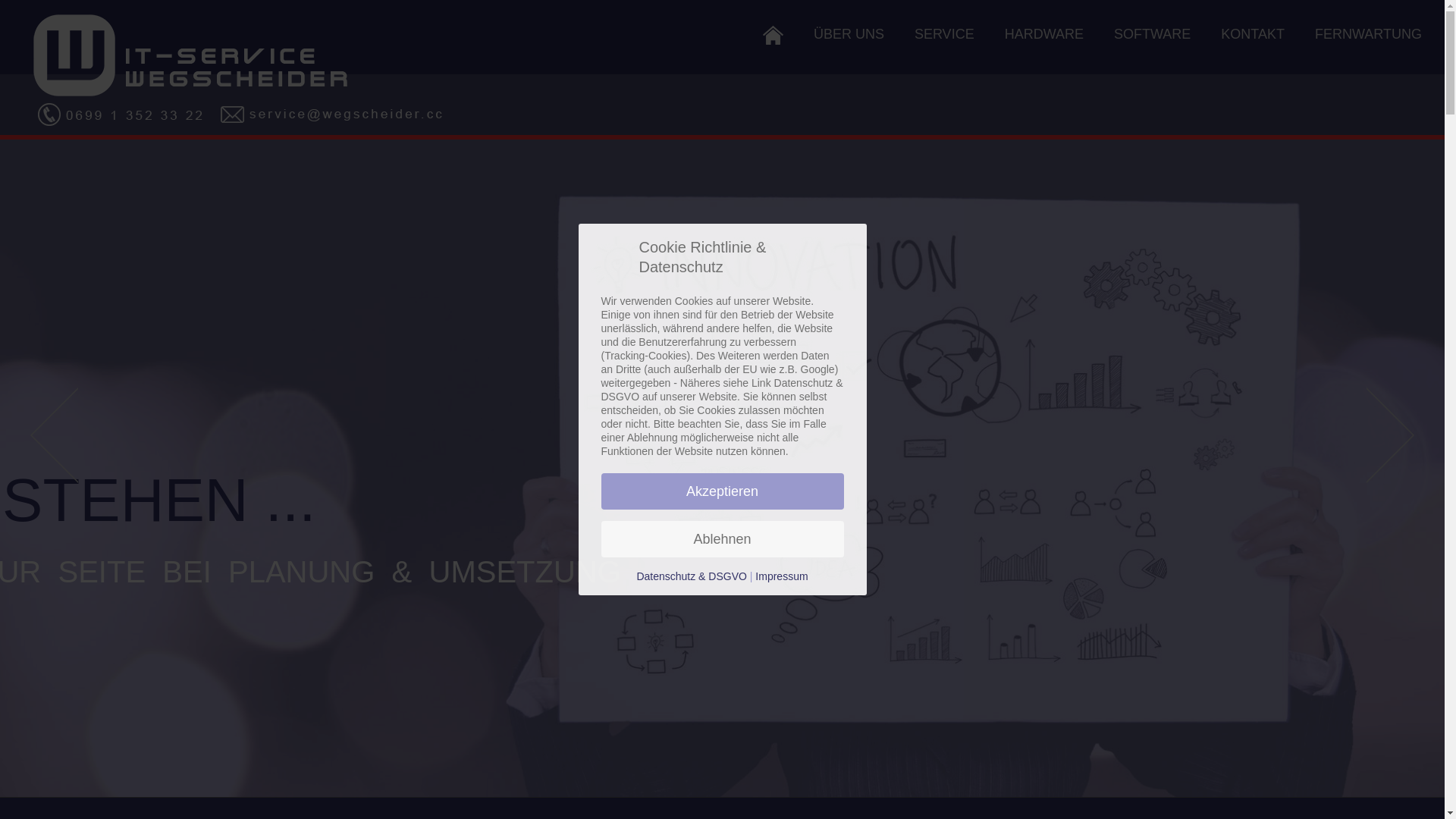 This screenshot has width=1456, height=819. I want to click on 'Impressum', so click(781, 576).